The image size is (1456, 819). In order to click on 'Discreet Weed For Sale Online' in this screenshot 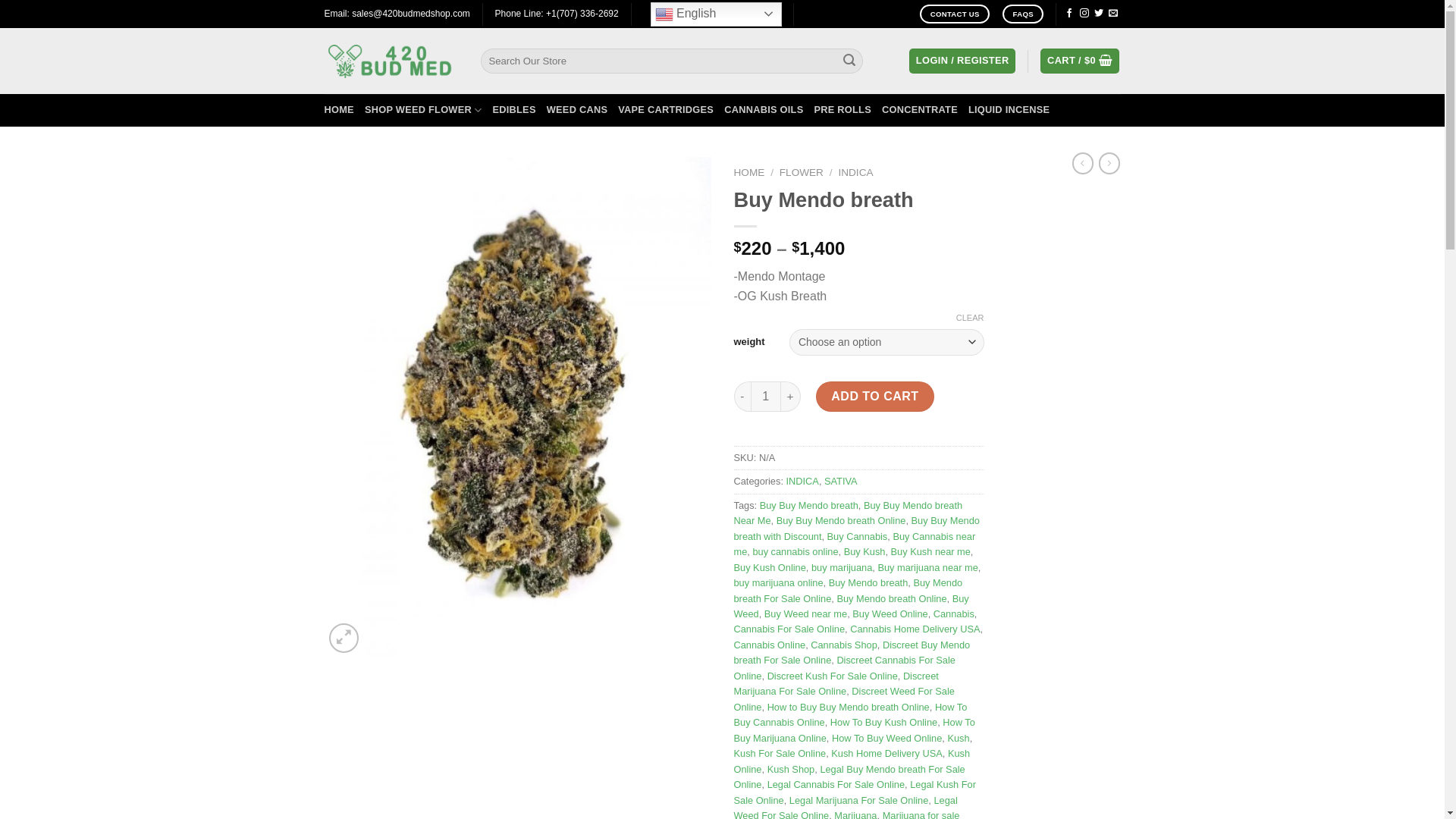, I will do `click(843, 698)`.